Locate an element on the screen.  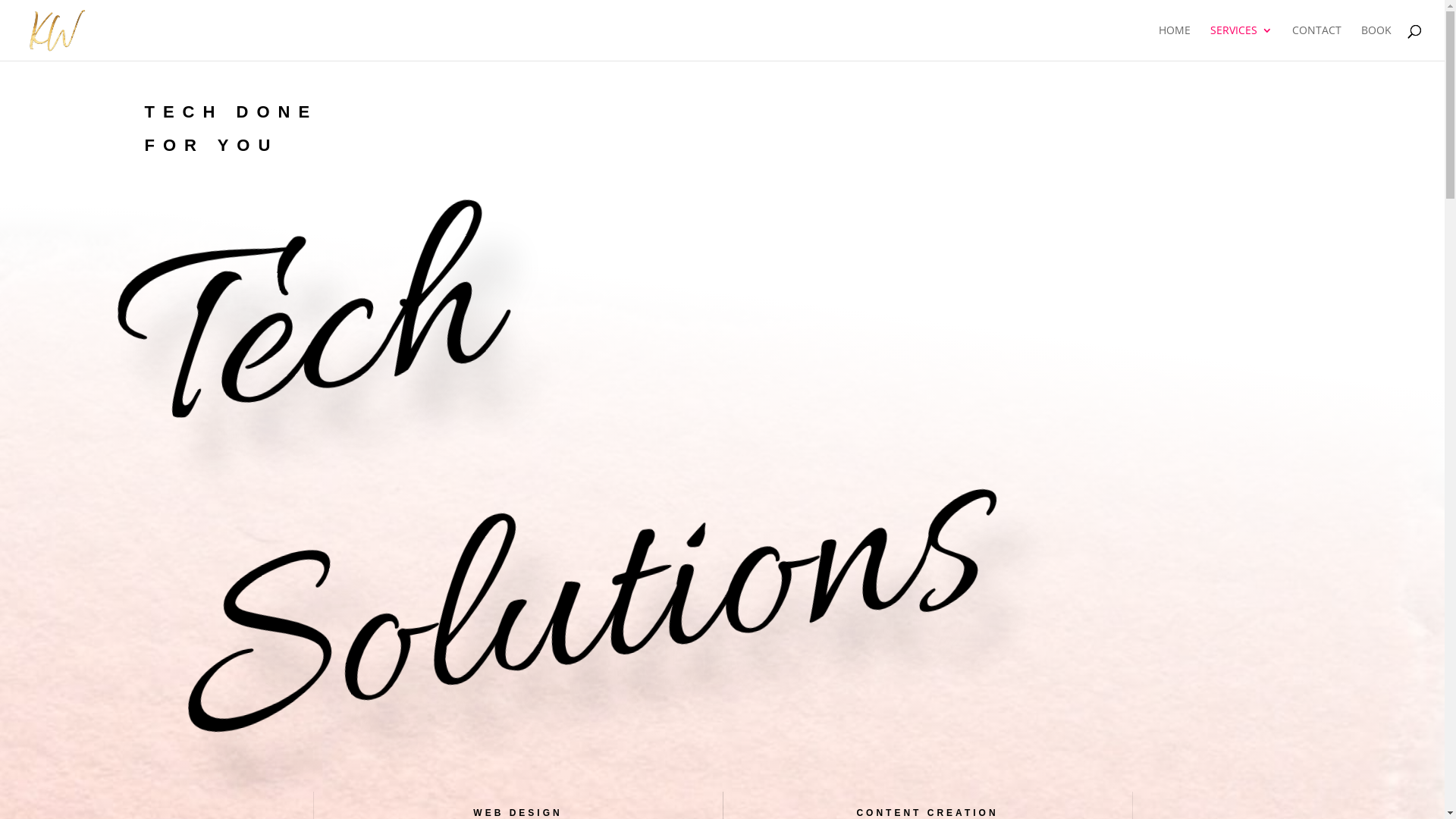
'HOME' is located at coordinates (1174, 42).